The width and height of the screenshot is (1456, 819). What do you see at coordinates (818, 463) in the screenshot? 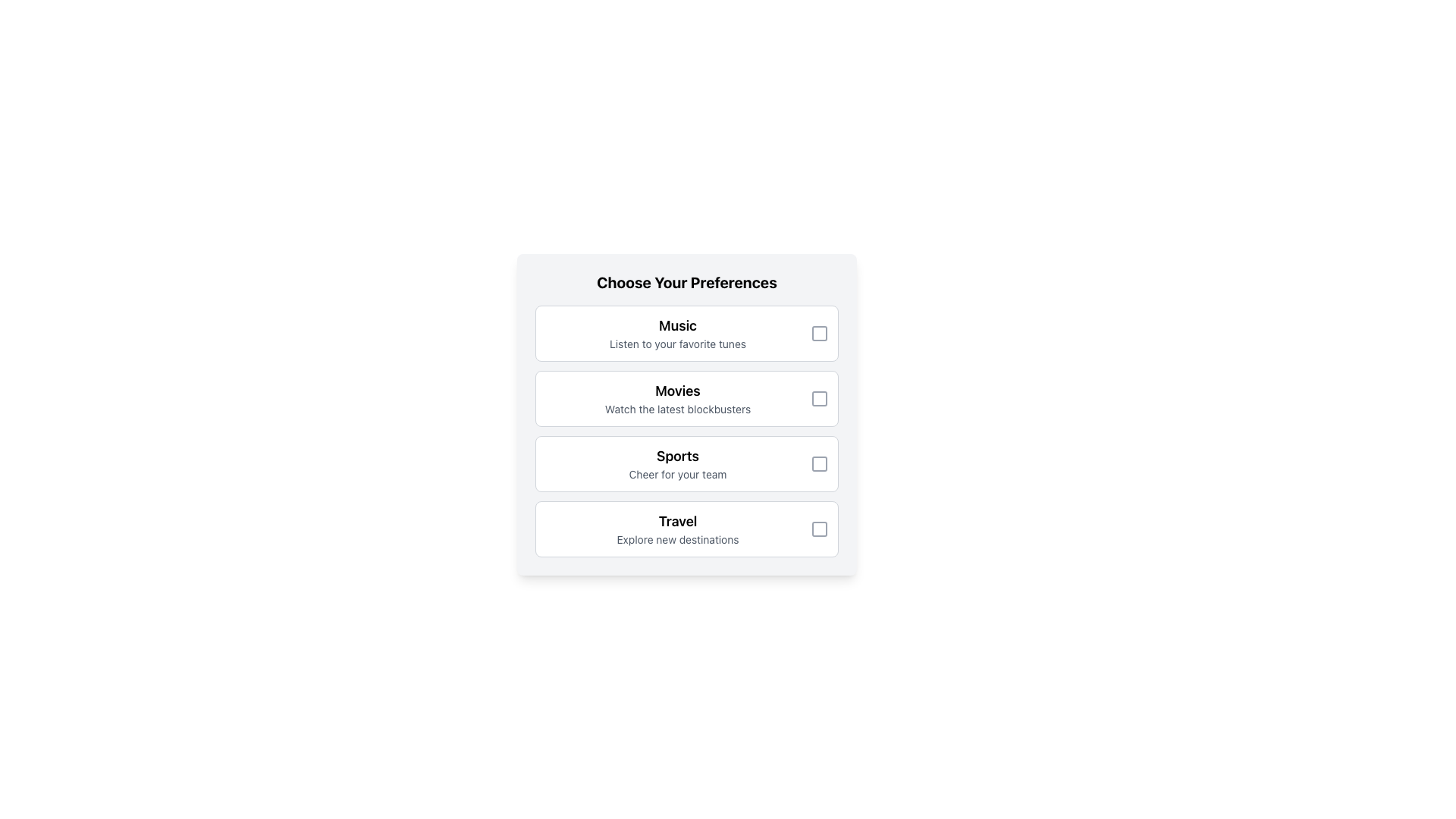
I see `the checkbox` at bounding box center [818, 463].